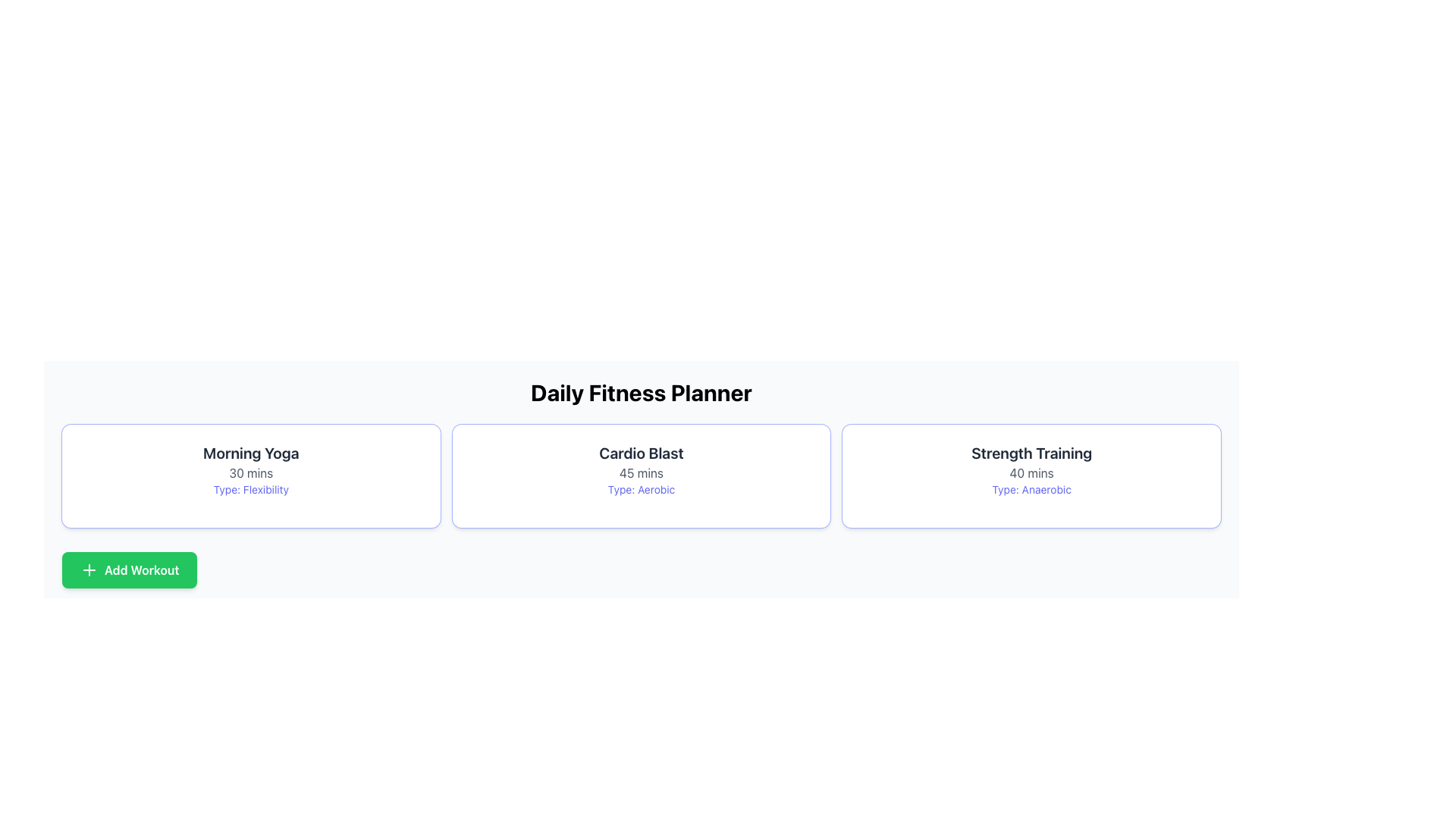 This screenshot has height=819, width=1456. I want to click on the 'Add Workout' button with a green background and white text, so click(130, 570).